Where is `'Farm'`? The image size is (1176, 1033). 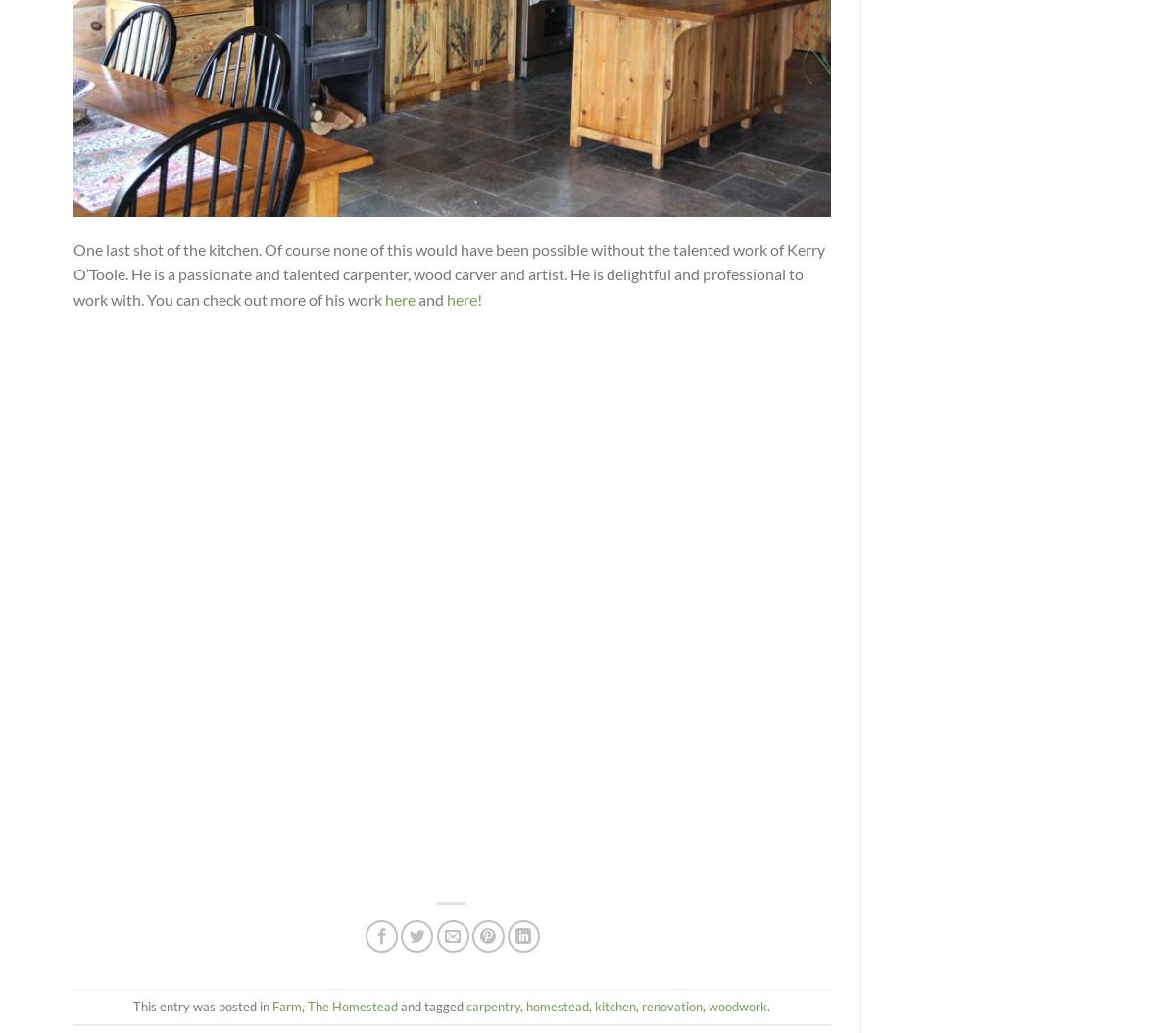 'Farm' is located at coordinates (286, 1004).